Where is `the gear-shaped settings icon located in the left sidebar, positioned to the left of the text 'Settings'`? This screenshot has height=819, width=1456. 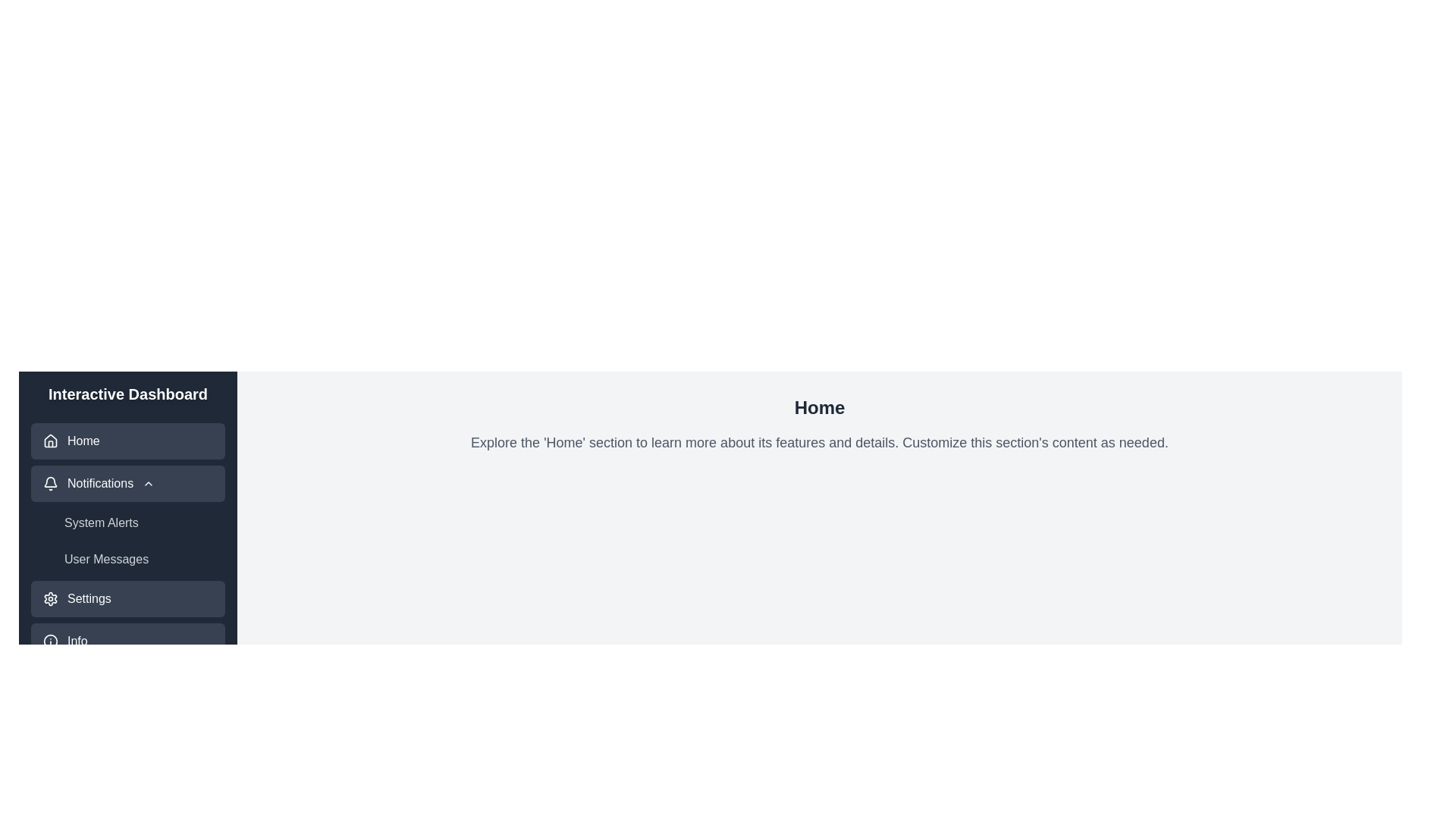
the gear-shaped settings icon located in the left sidebar, positioned to the left of the text 'Settings' is located at coordinates (51, 598).